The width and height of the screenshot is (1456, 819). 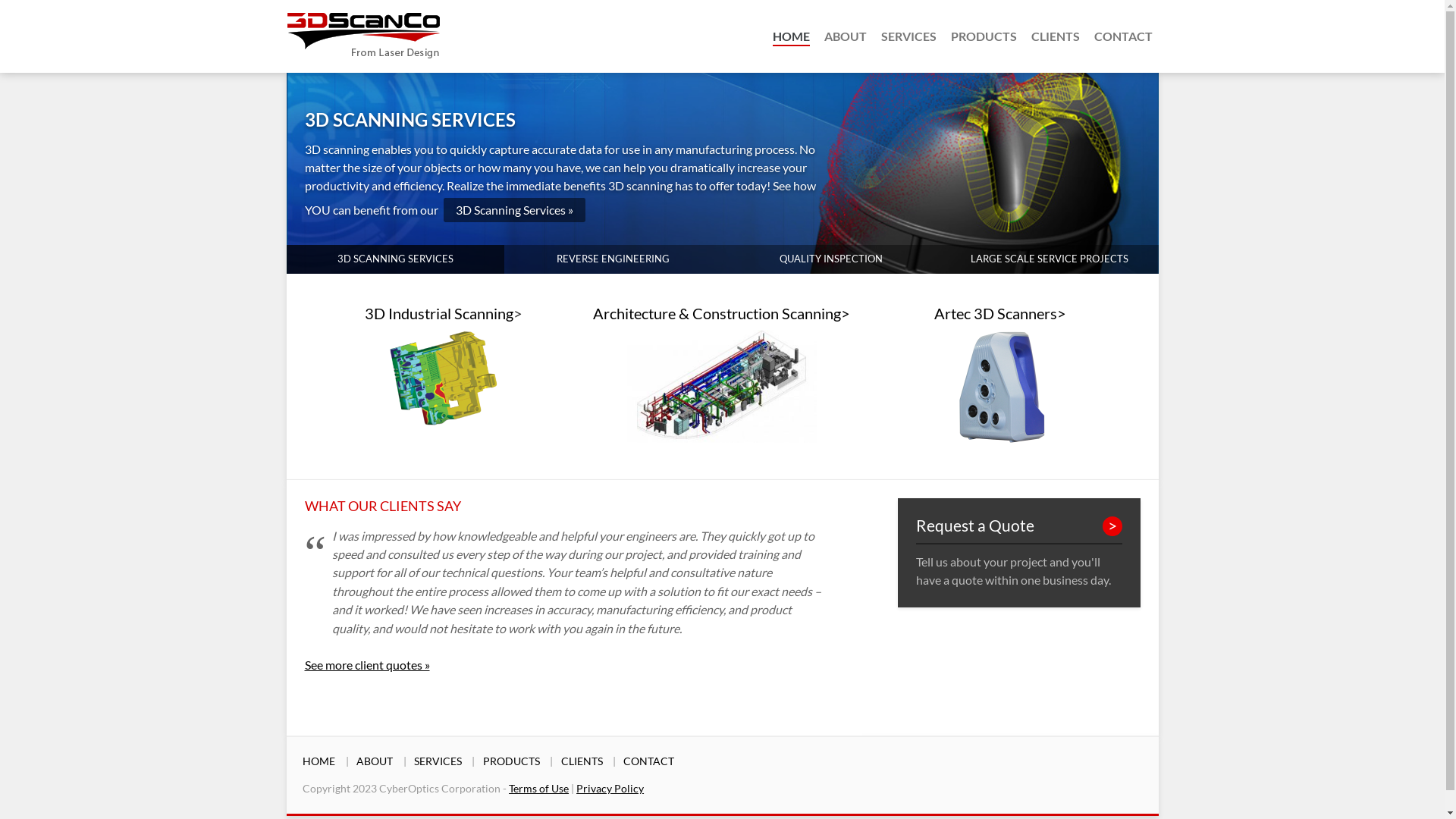 What do you see at coordinates (509, 787) in the screenshot?
I see `'Terms of Use'` at bounding box center [509, 787].